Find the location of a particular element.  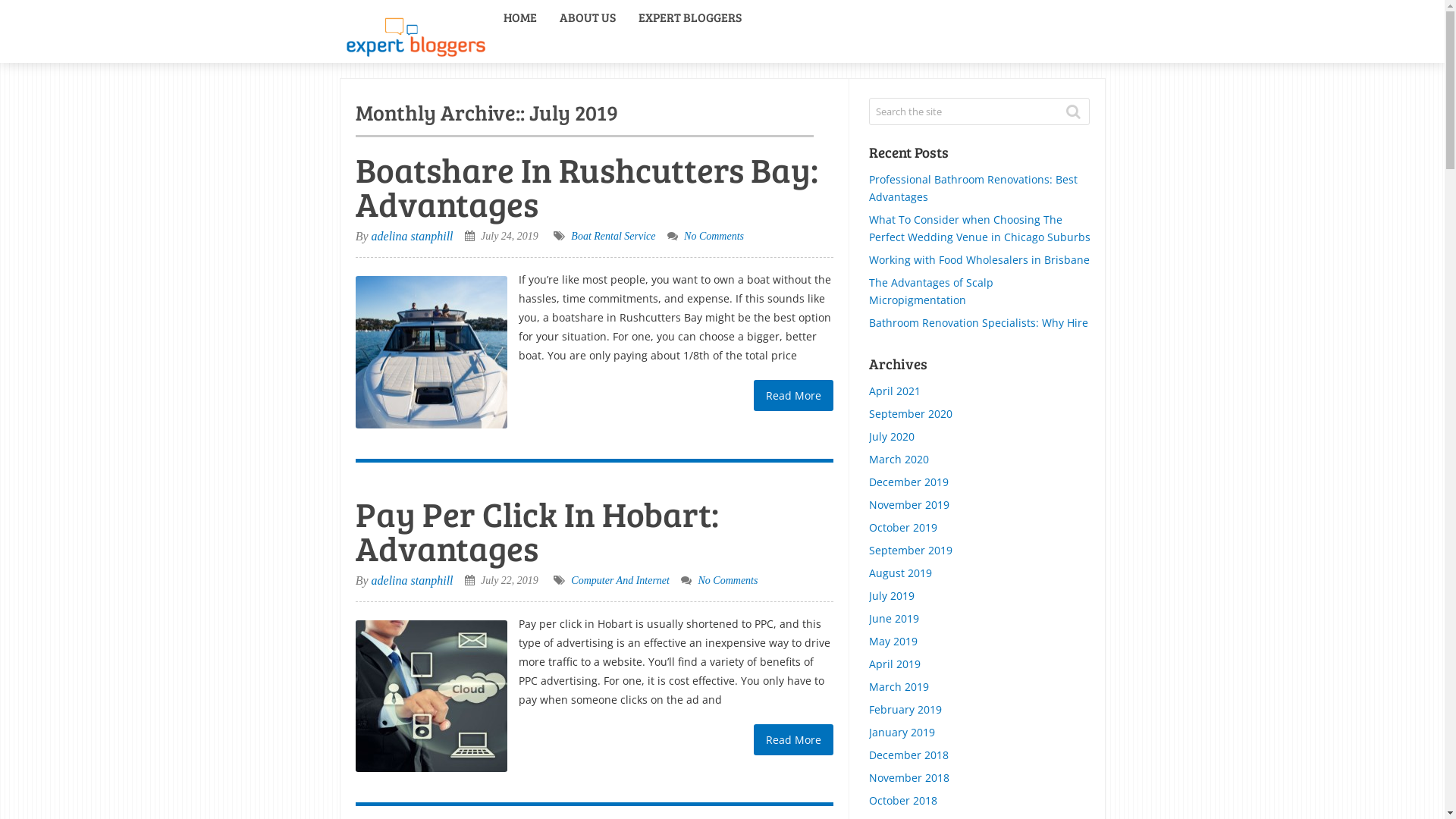

'ABOUT US' is located at coordinates (585, 17).